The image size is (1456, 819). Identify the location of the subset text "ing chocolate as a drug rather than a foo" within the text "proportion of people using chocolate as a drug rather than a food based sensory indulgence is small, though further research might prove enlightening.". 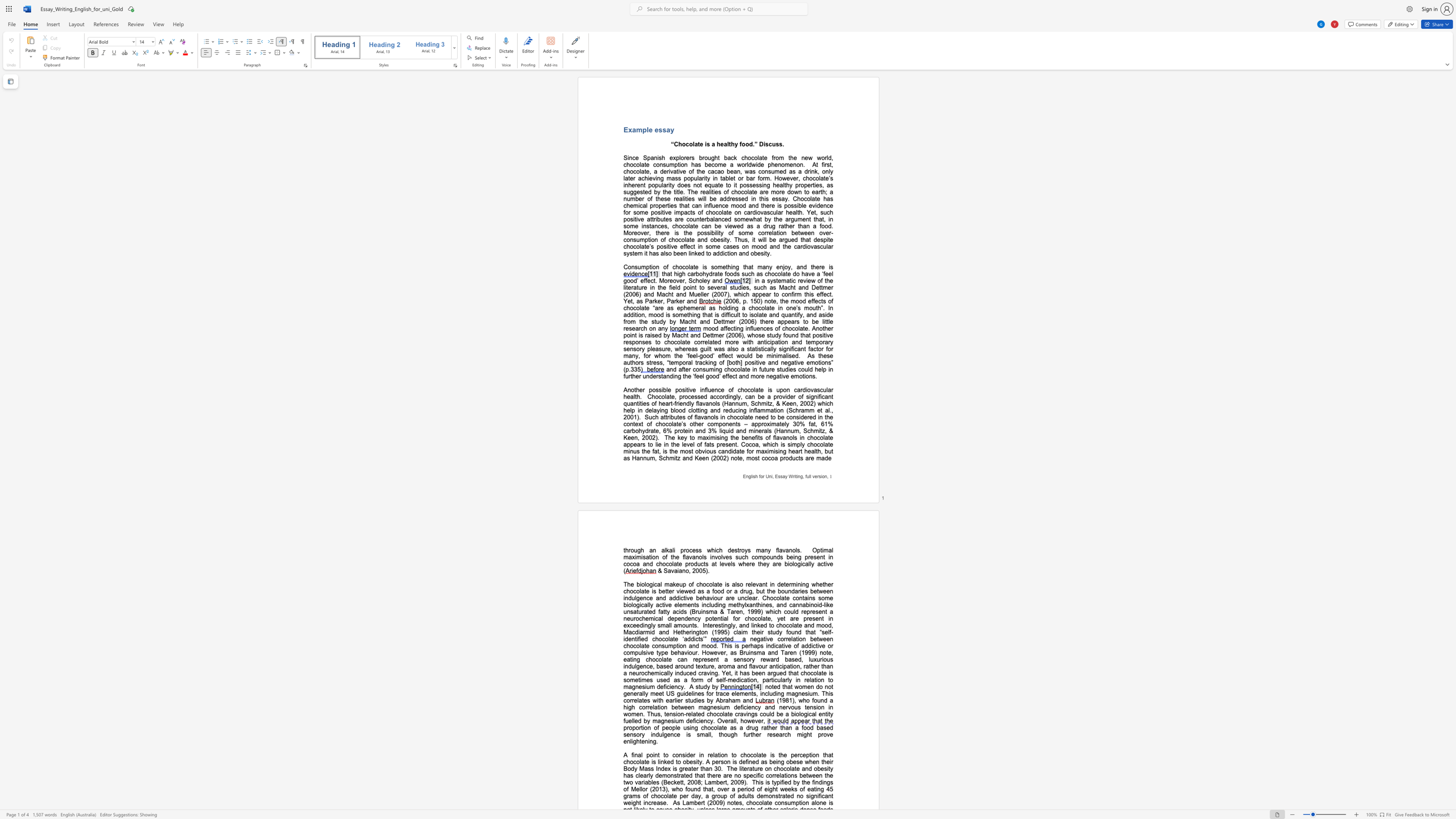
(690, 727).